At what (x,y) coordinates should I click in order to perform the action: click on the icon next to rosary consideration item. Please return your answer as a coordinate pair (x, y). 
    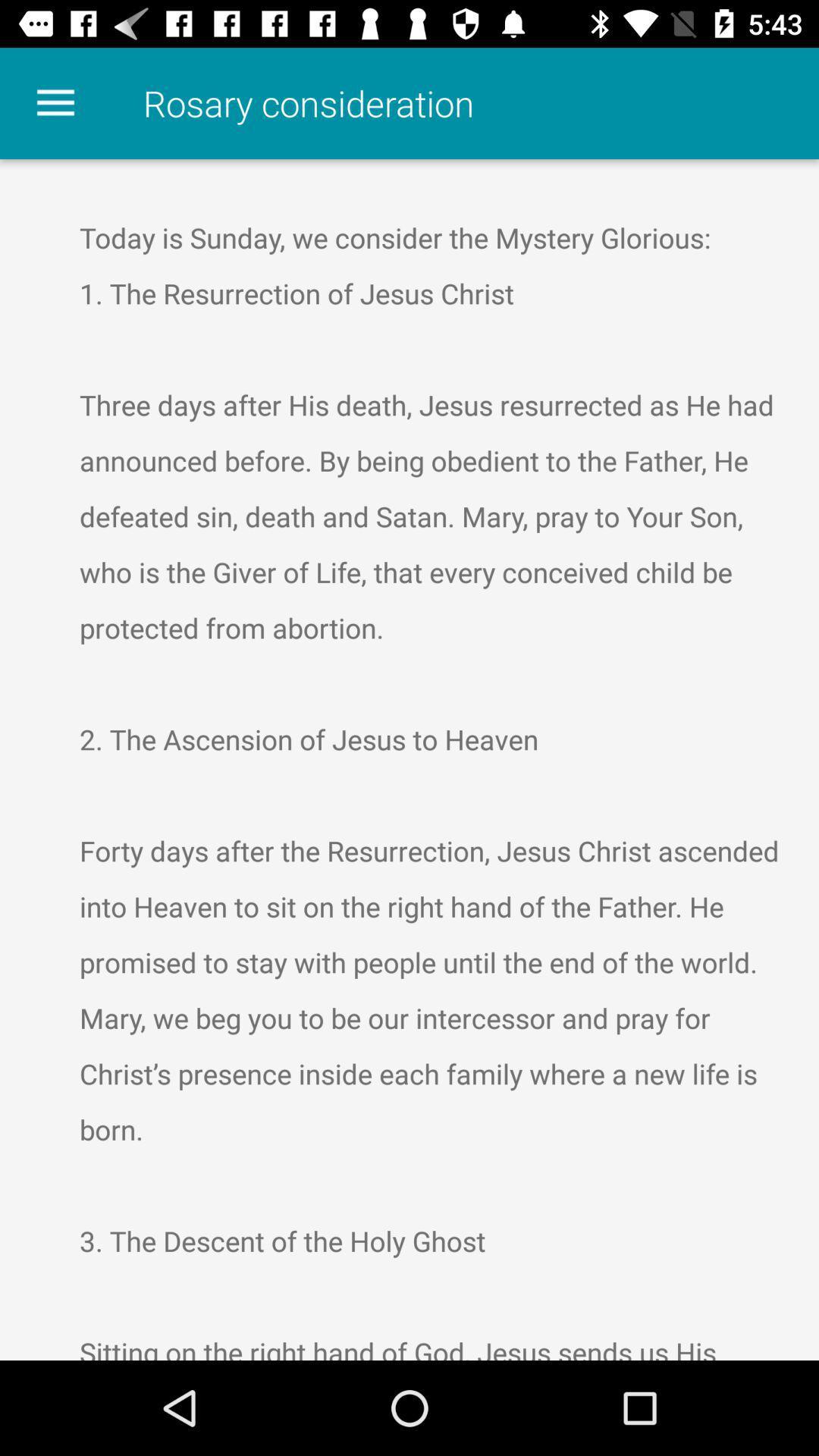
    Looking at the image, I should click on (55, 102).